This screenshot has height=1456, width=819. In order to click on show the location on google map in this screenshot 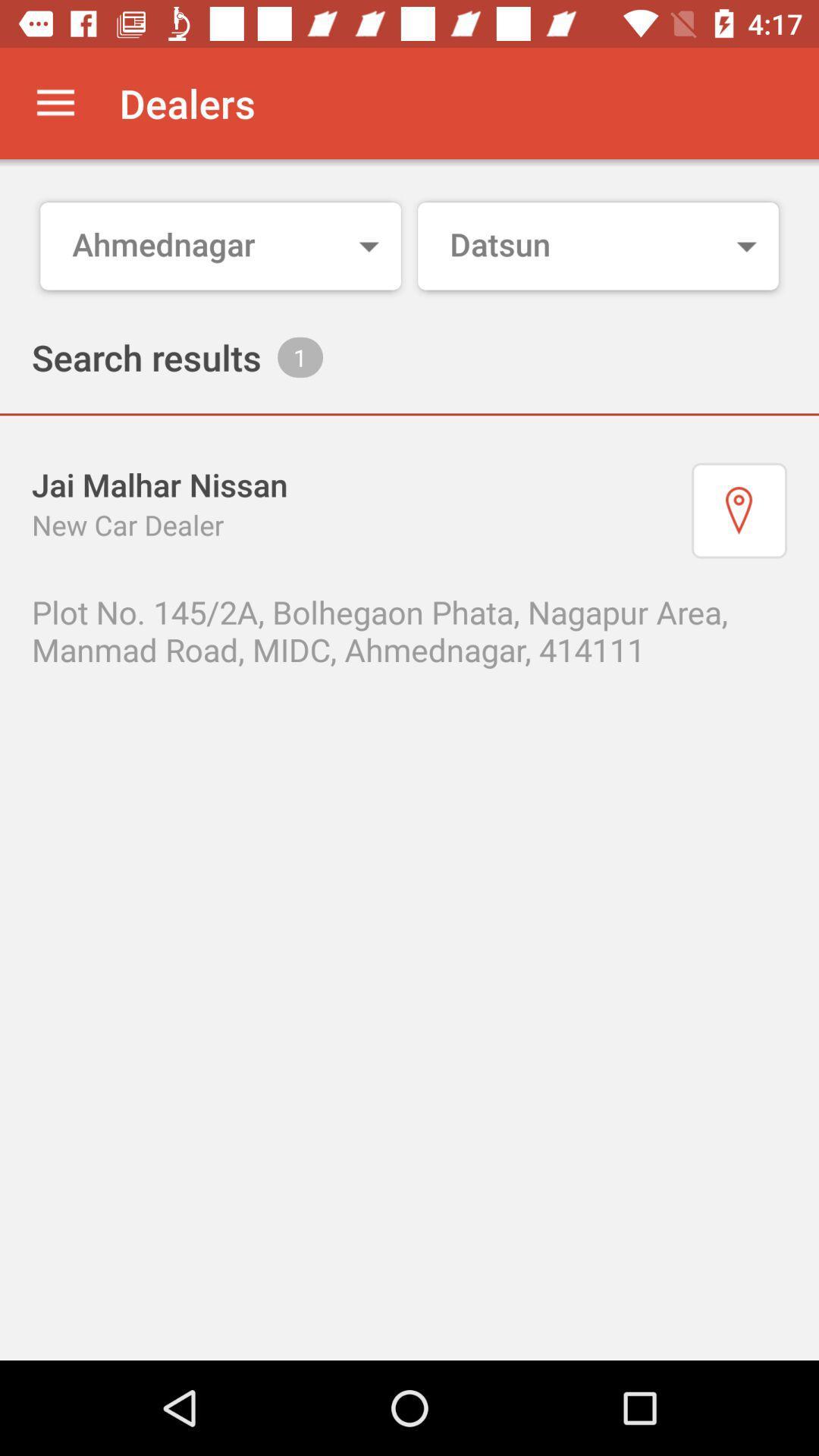, I will do `click(739, 510)`.